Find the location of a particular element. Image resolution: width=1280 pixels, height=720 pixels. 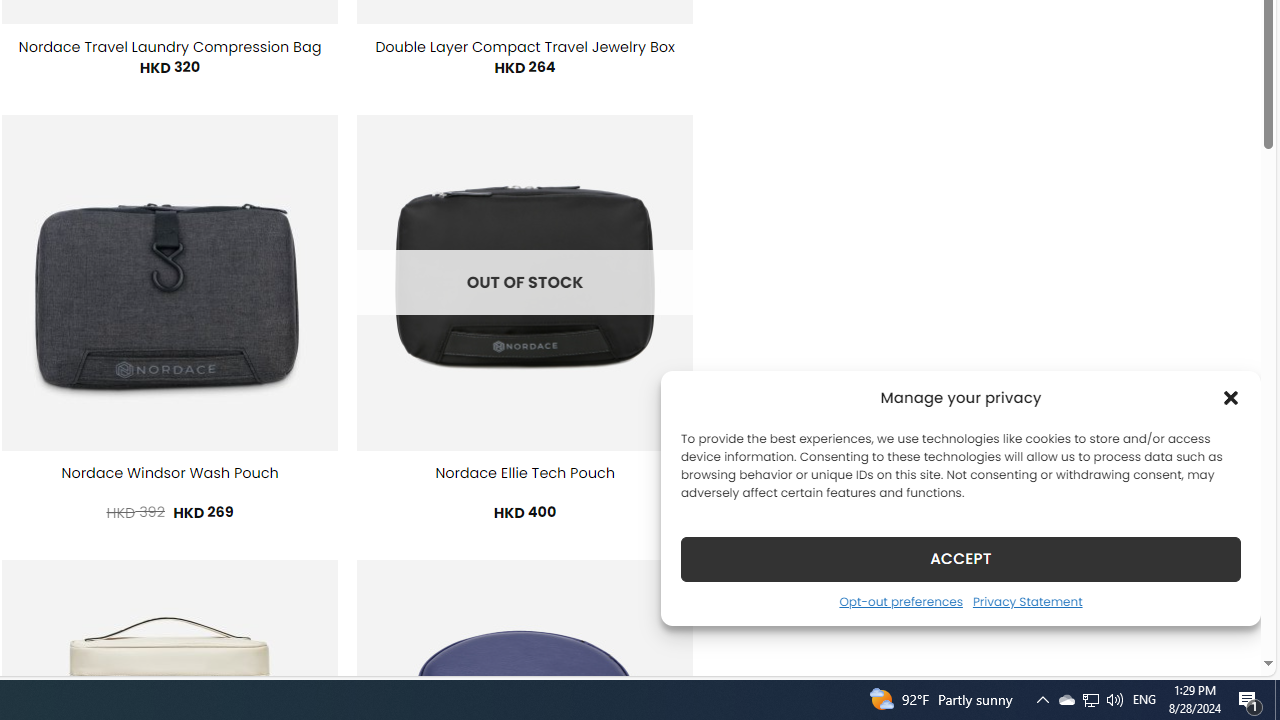

'Opt-out preferences' is located at coordinates (899, 600).